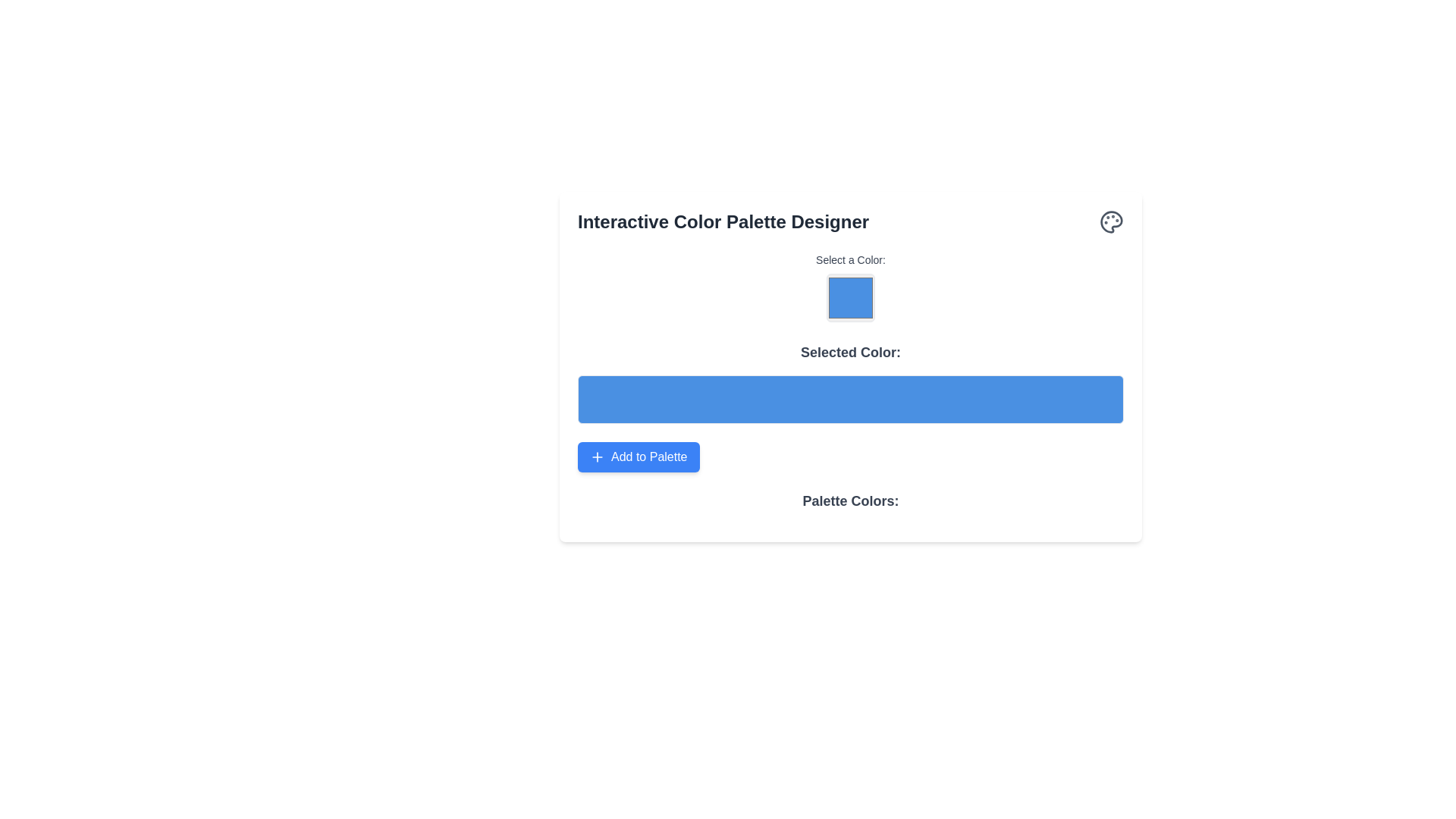 The image size is (1456, 819). What do you see at coordinates (596, 456) in the screenshot?
I see `the plus sign icon with a blue background located inside the 'Add to Palette' button` at bounding box center [596, 456].